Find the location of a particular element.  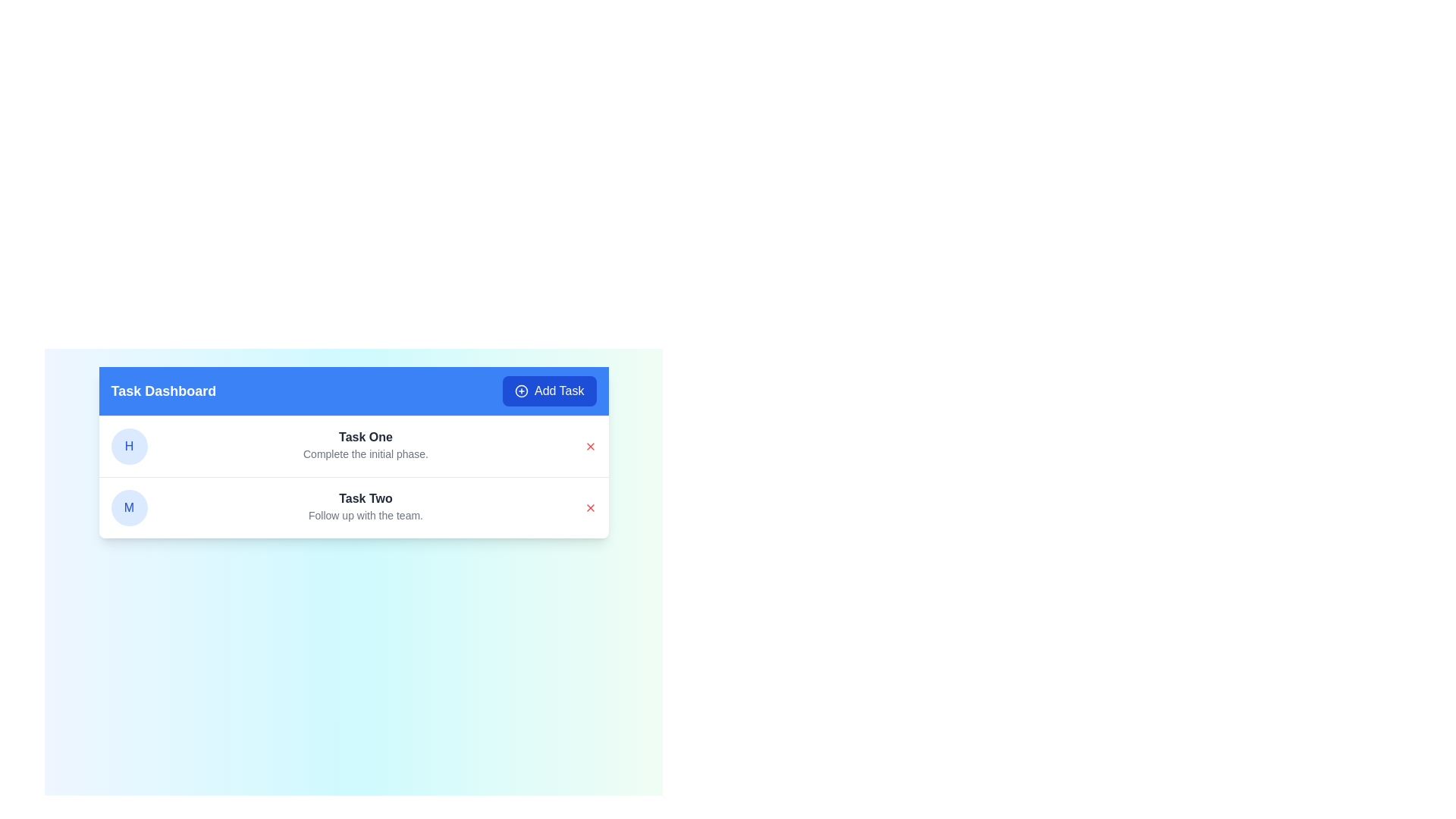

the center of the circular badge with a blue background and the letter 'M' to focus on it is located at coordinates (129, 508).